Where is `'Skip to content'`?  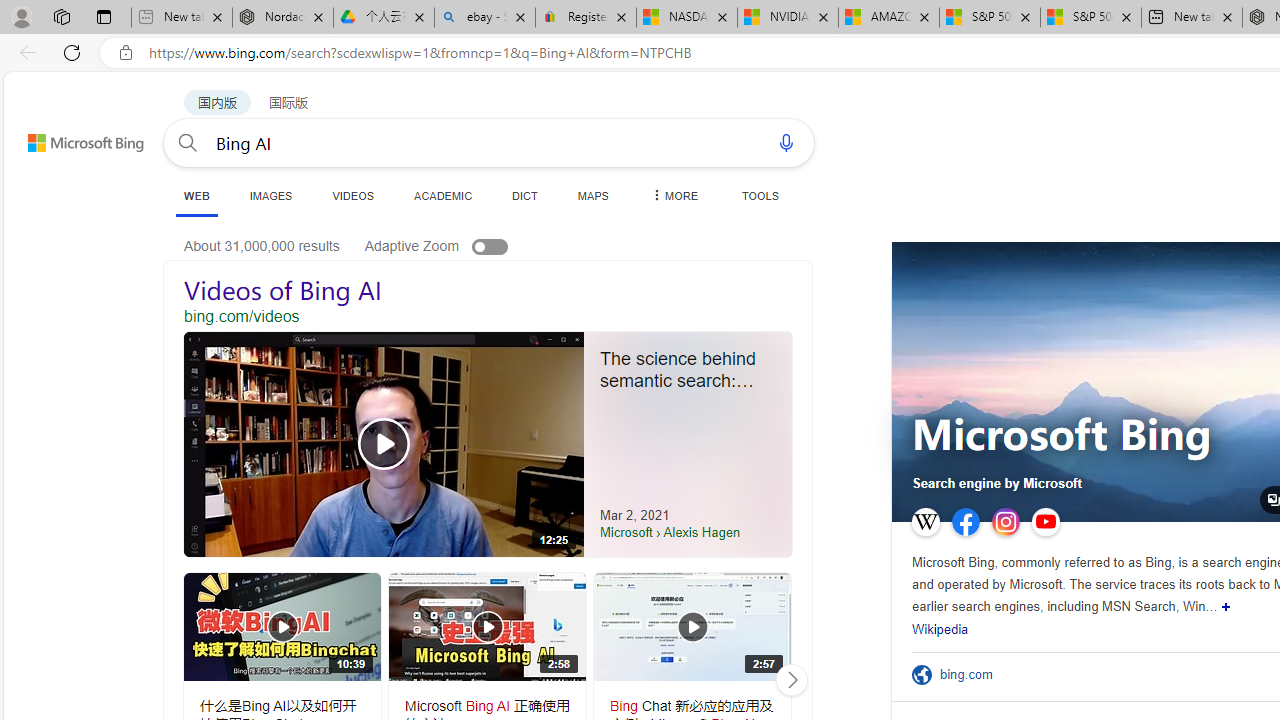
'Skip to content' is located at coordinates (64, 133).